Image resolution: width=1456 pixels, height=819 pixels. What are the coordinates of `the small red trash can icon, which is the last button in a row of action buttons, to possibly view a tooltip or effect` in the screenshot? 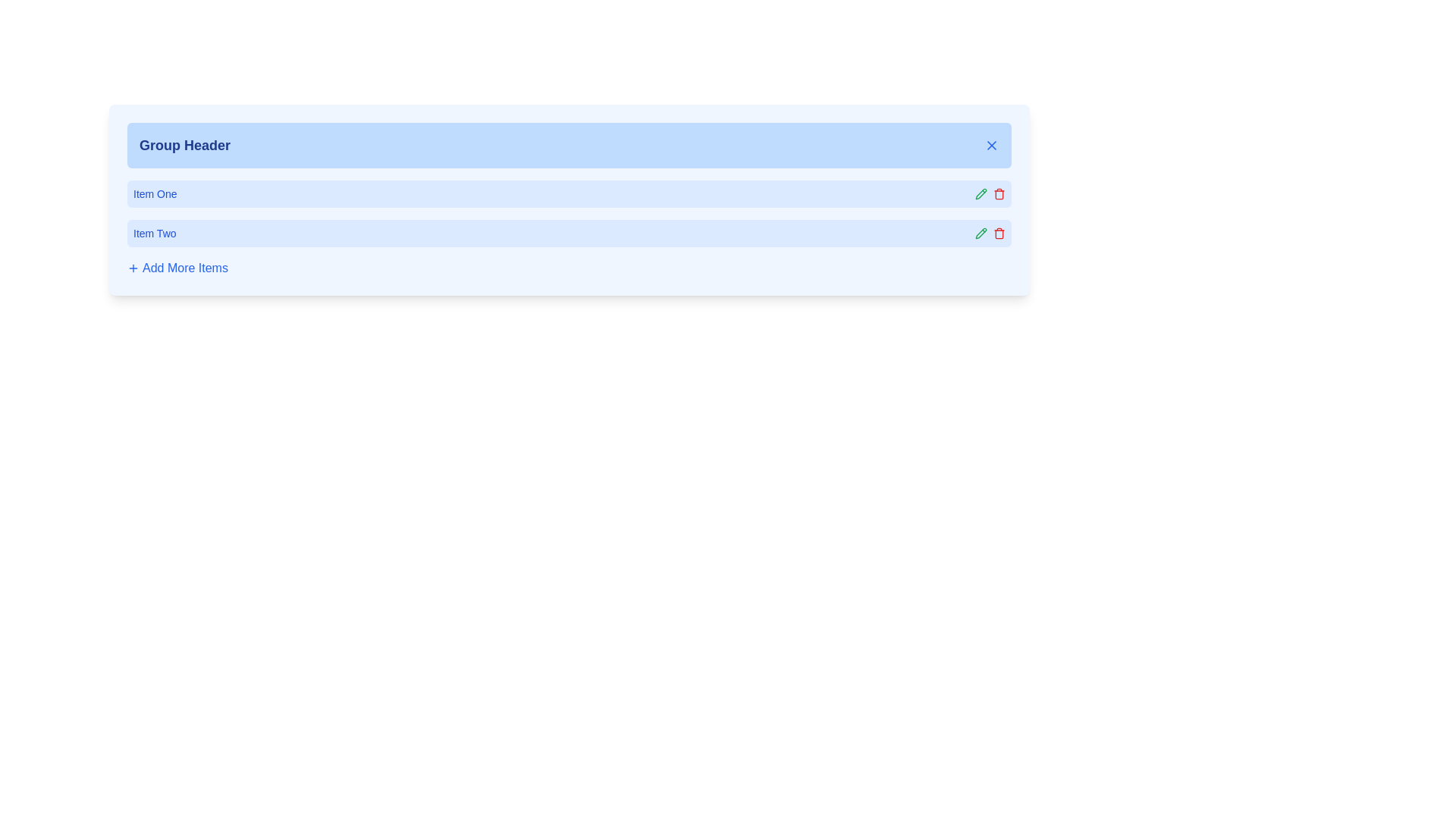 It's located at (999, 193).